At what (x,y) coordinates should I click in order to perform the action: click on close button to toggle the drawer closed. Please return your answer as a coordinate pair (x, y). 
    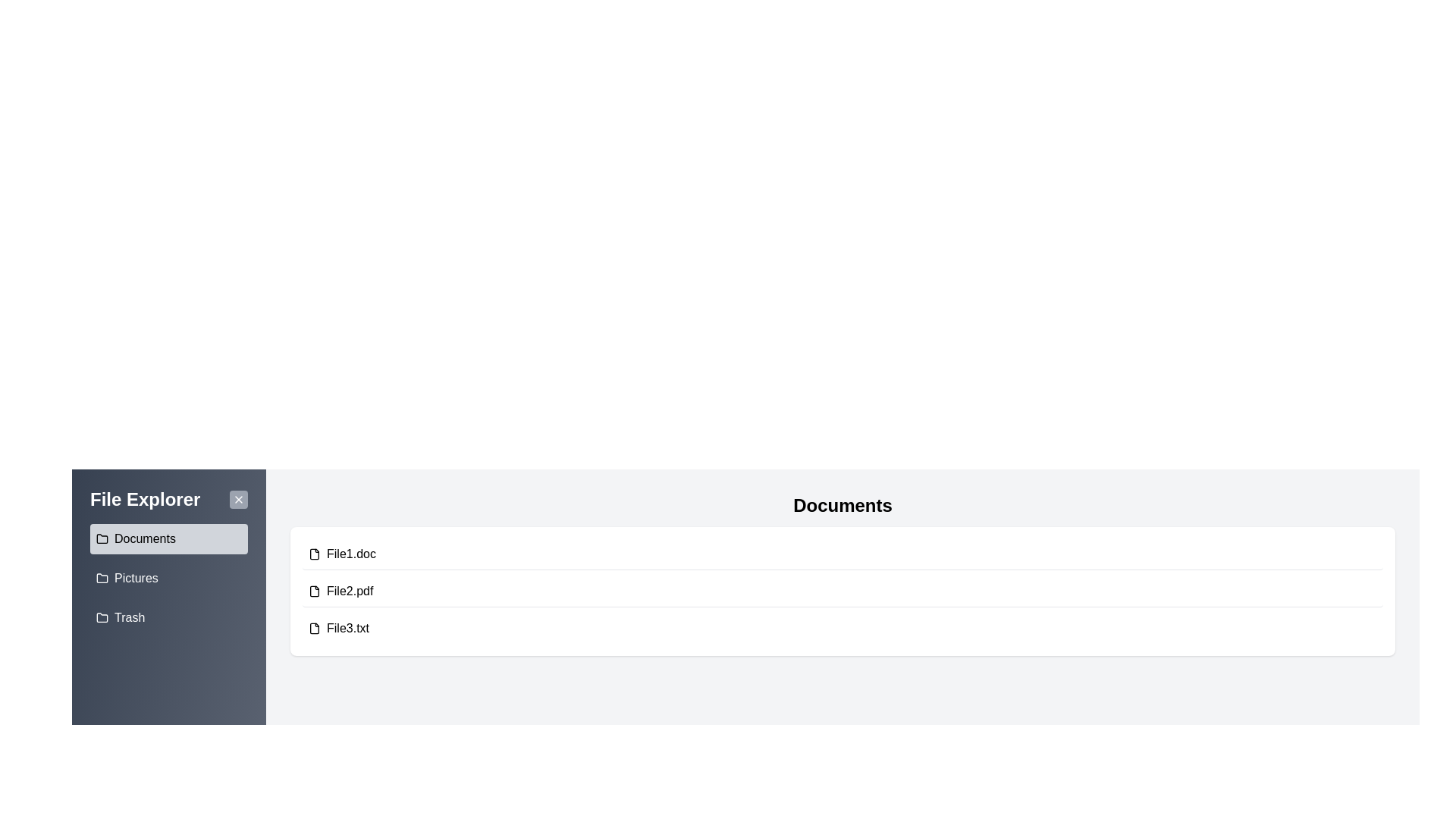
    Looking at the image, I should click on (238, 500).